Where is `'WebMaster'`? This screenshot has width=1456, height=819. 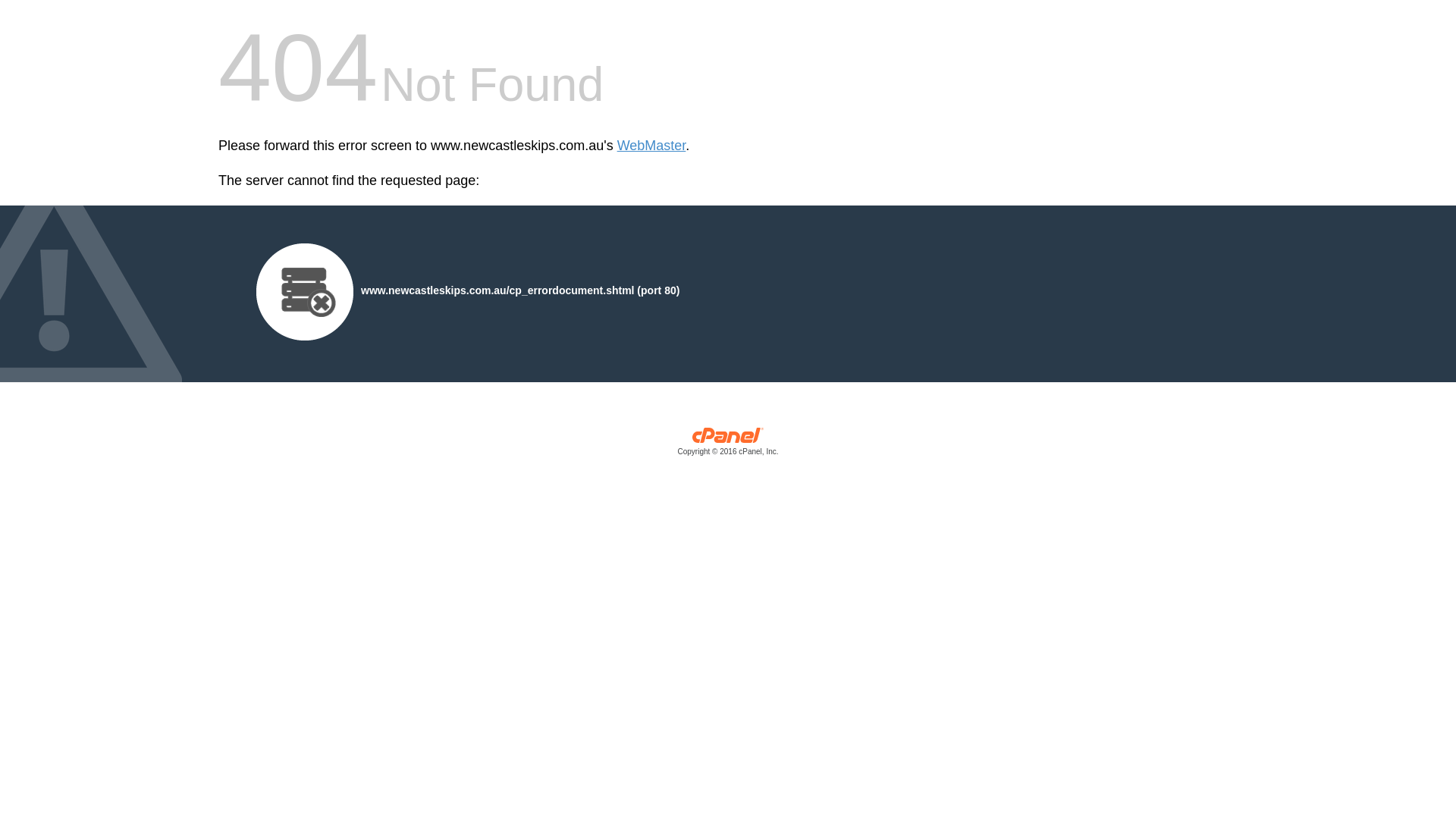 'WebMaster' is located at coordinates (617, 146).